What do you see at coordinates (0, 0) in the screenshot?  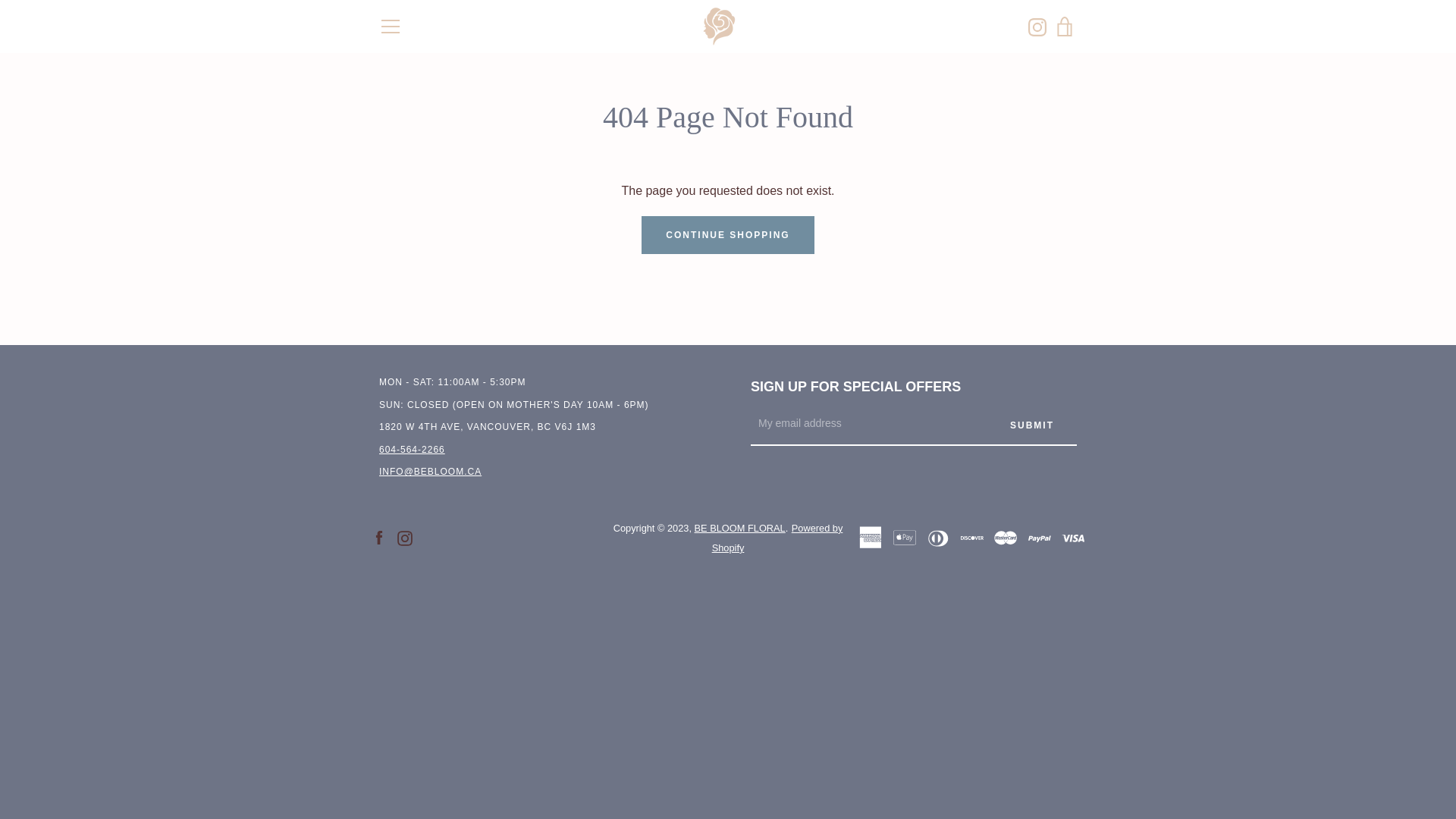 I see `'Skip to content'` at bounding box center [0, 0].